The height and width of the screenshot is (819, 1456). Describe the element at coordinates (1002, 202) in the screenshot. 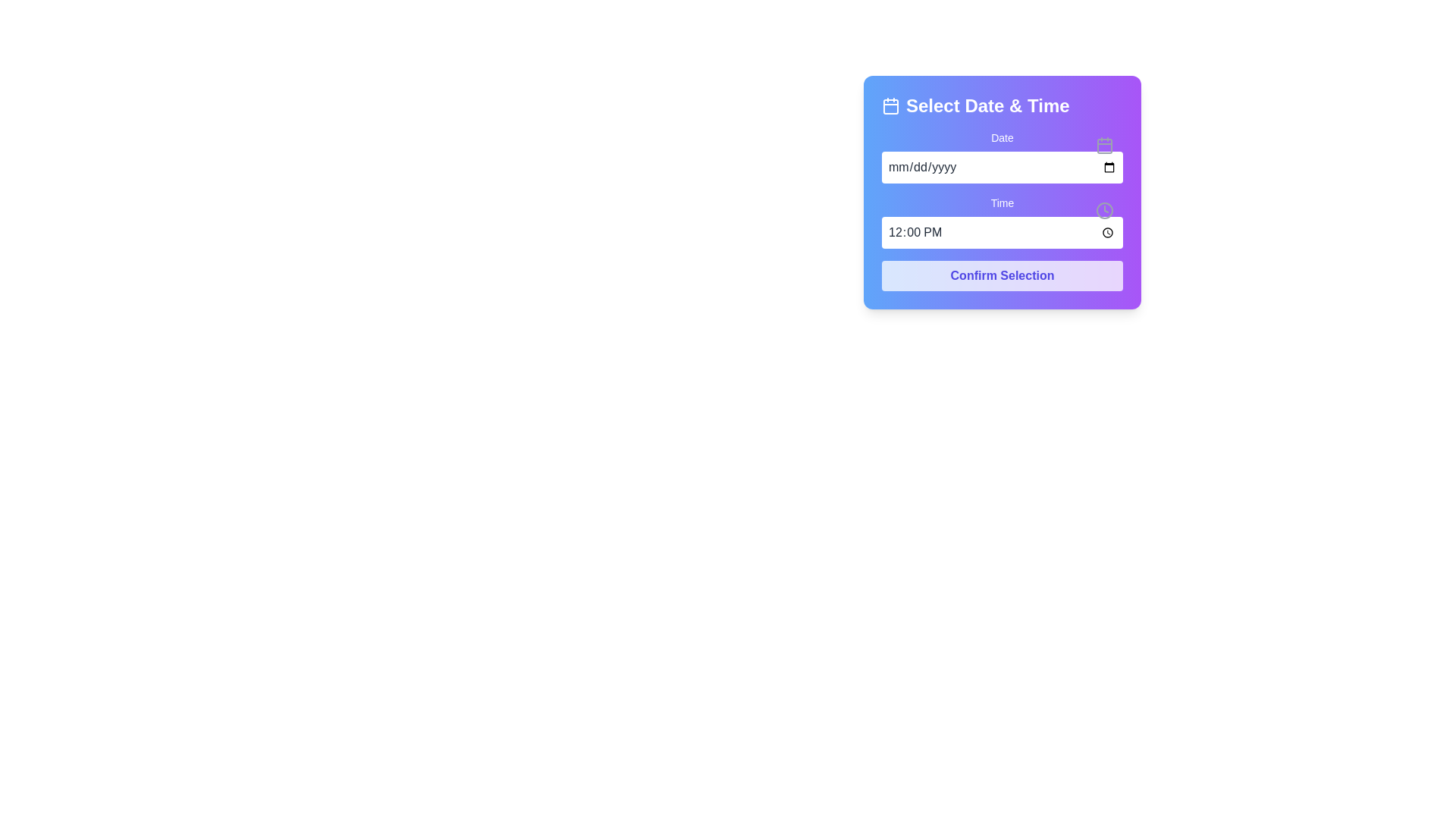

I see `the 'Time' label, which is a small-sized, medium-weight text label in white against a gradient background, located above the time selection input field in the 'Select Date & Time' form` at that location.